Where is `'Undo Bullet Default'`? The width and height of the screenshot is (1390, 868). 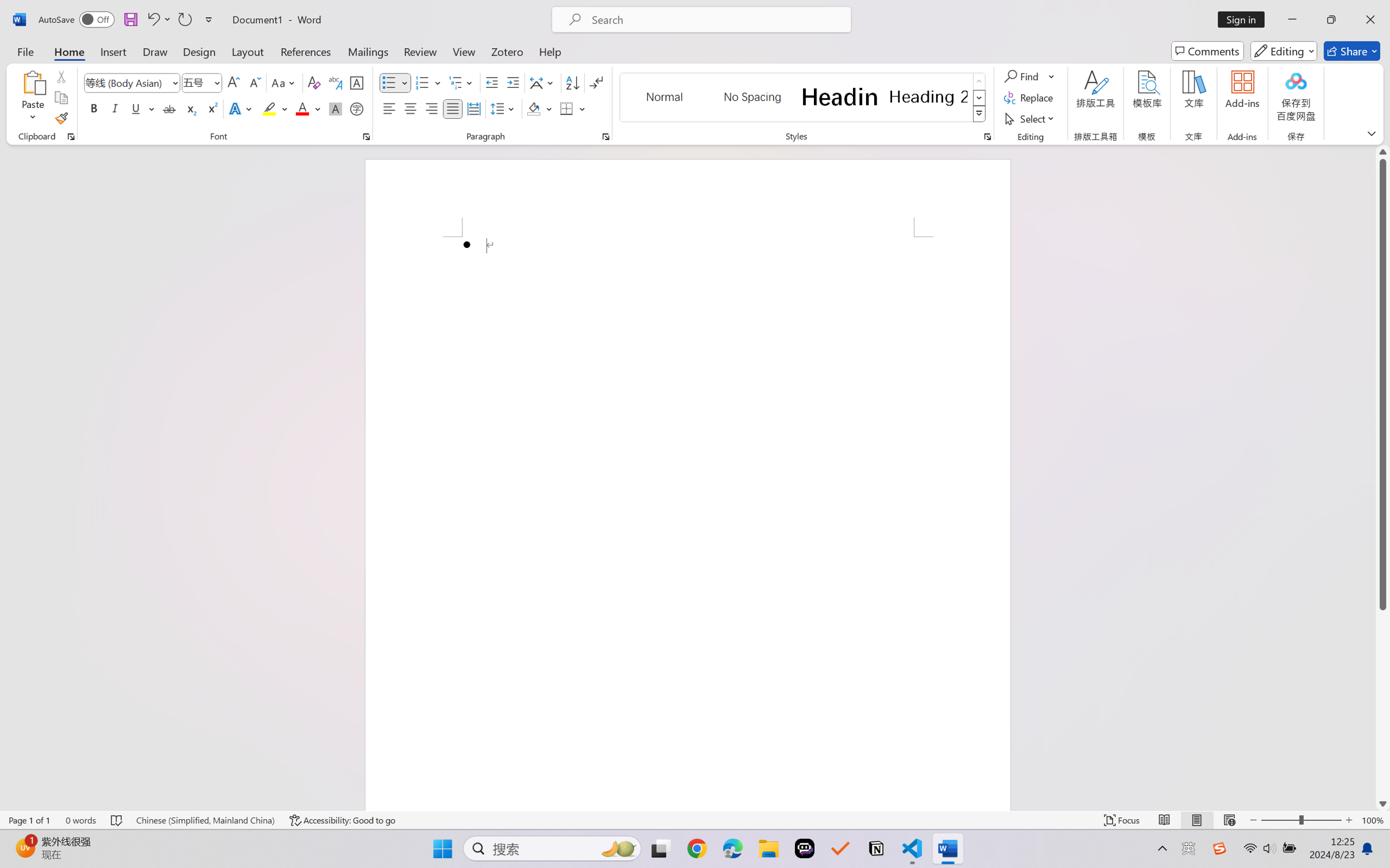 'Undo Bullet Default' is located at coordinates (157, 19).